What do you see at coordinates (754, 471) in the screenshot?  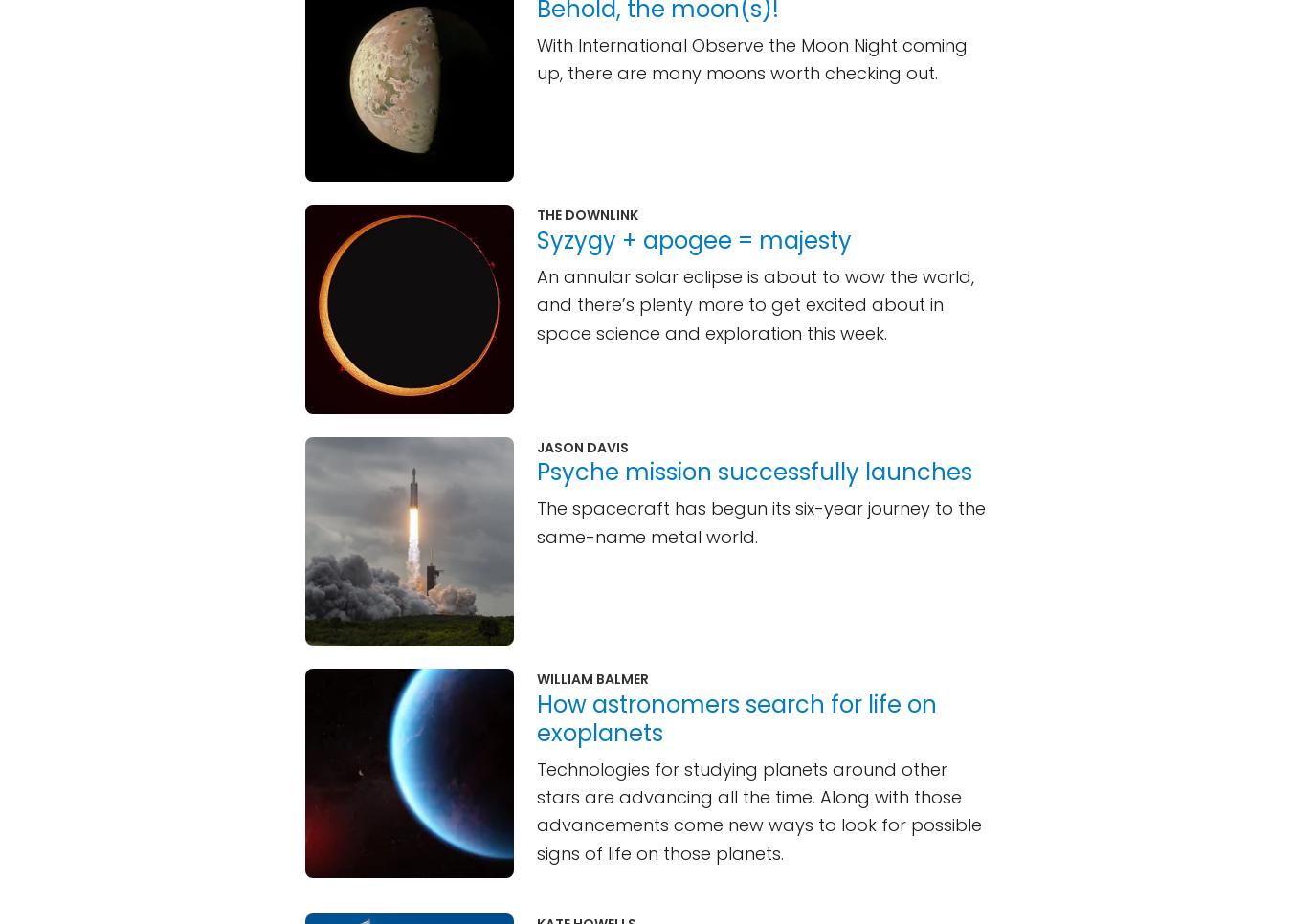 I see `'Psyche mission successfully launches'` at bounding box center [754, 471].